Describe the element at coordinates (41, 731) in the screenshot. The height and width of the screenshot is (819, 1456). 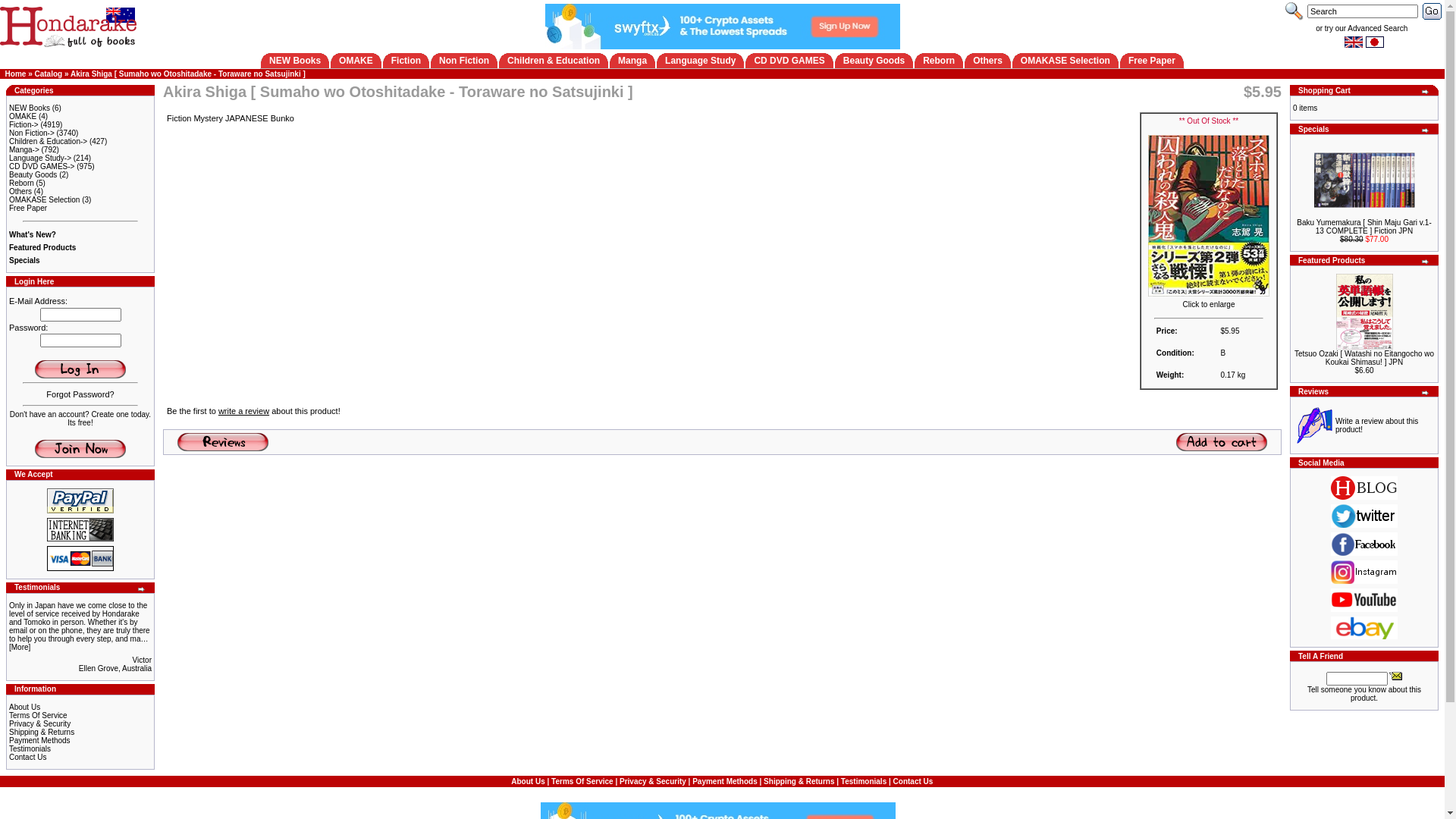
I see `'Shipping & Returns'` at that location.